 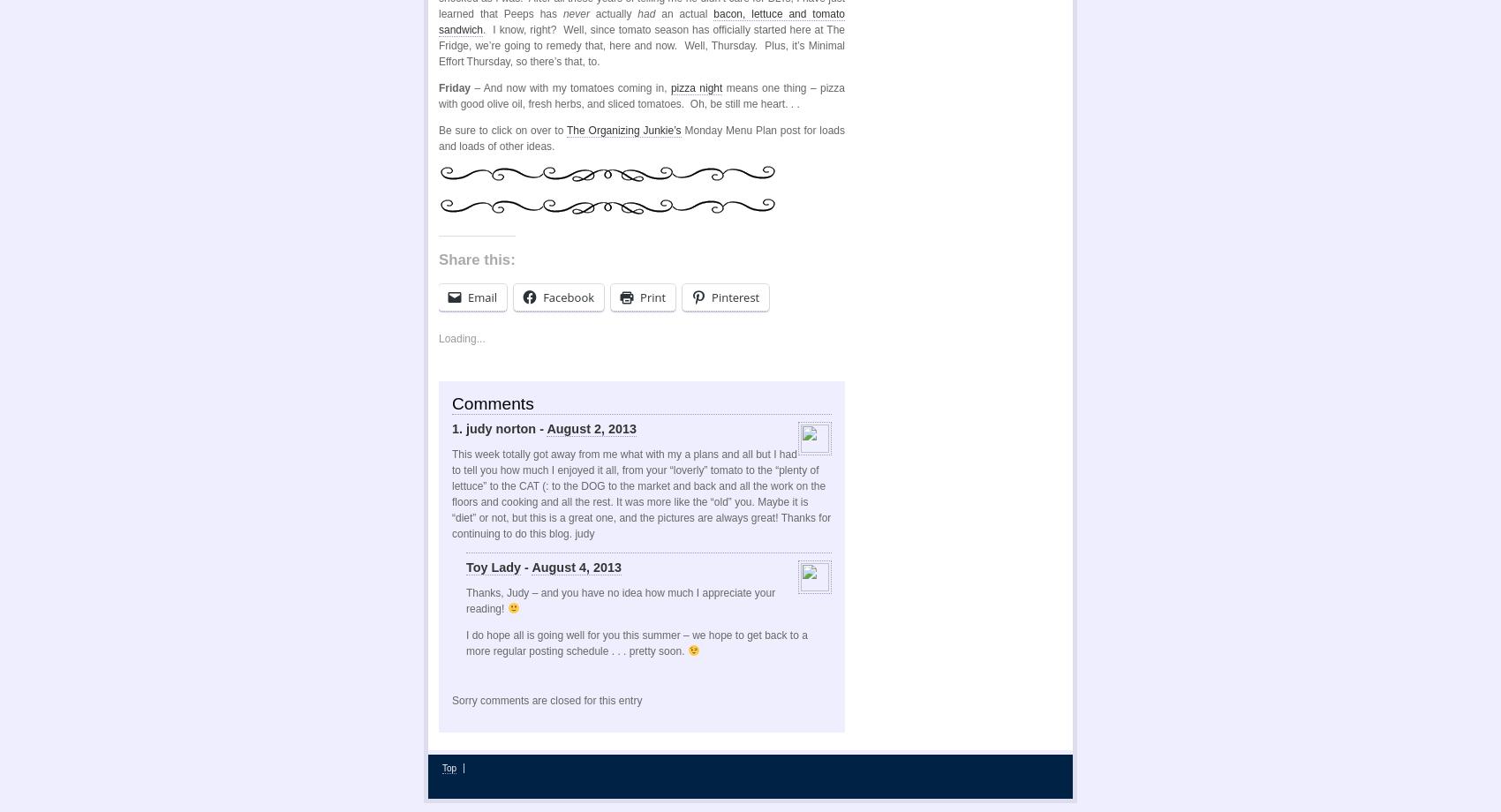 What do you see at coordinates (449, 766) in the screenshot?
I see `'Top'` at bounding box center [449, 766].